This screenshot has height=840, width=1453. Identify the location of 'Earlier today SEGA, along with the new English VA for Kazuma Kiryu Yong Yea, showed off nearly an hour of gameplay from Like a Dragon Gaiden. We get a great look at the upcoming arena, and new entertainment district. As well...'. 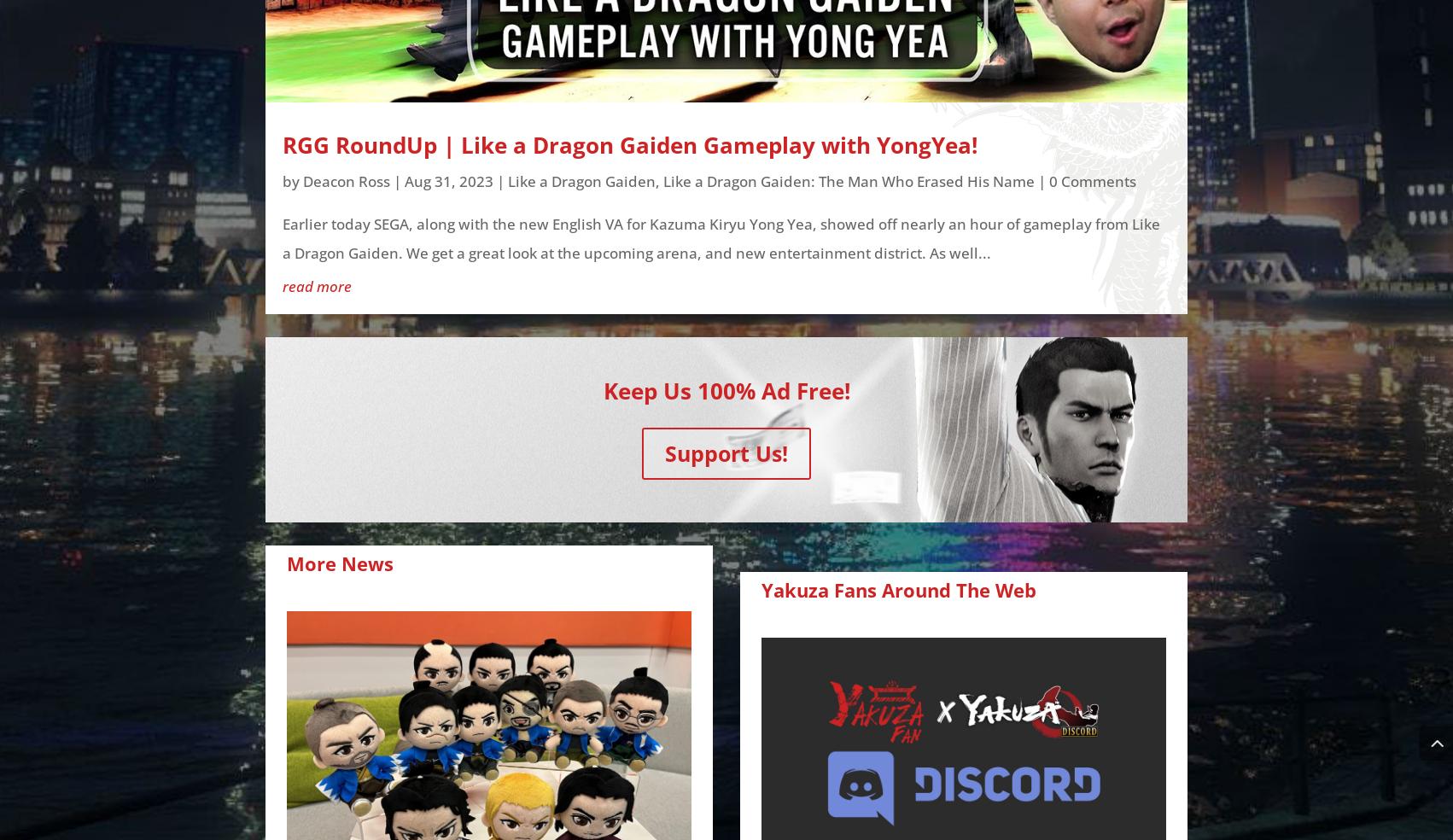
(721, 236).